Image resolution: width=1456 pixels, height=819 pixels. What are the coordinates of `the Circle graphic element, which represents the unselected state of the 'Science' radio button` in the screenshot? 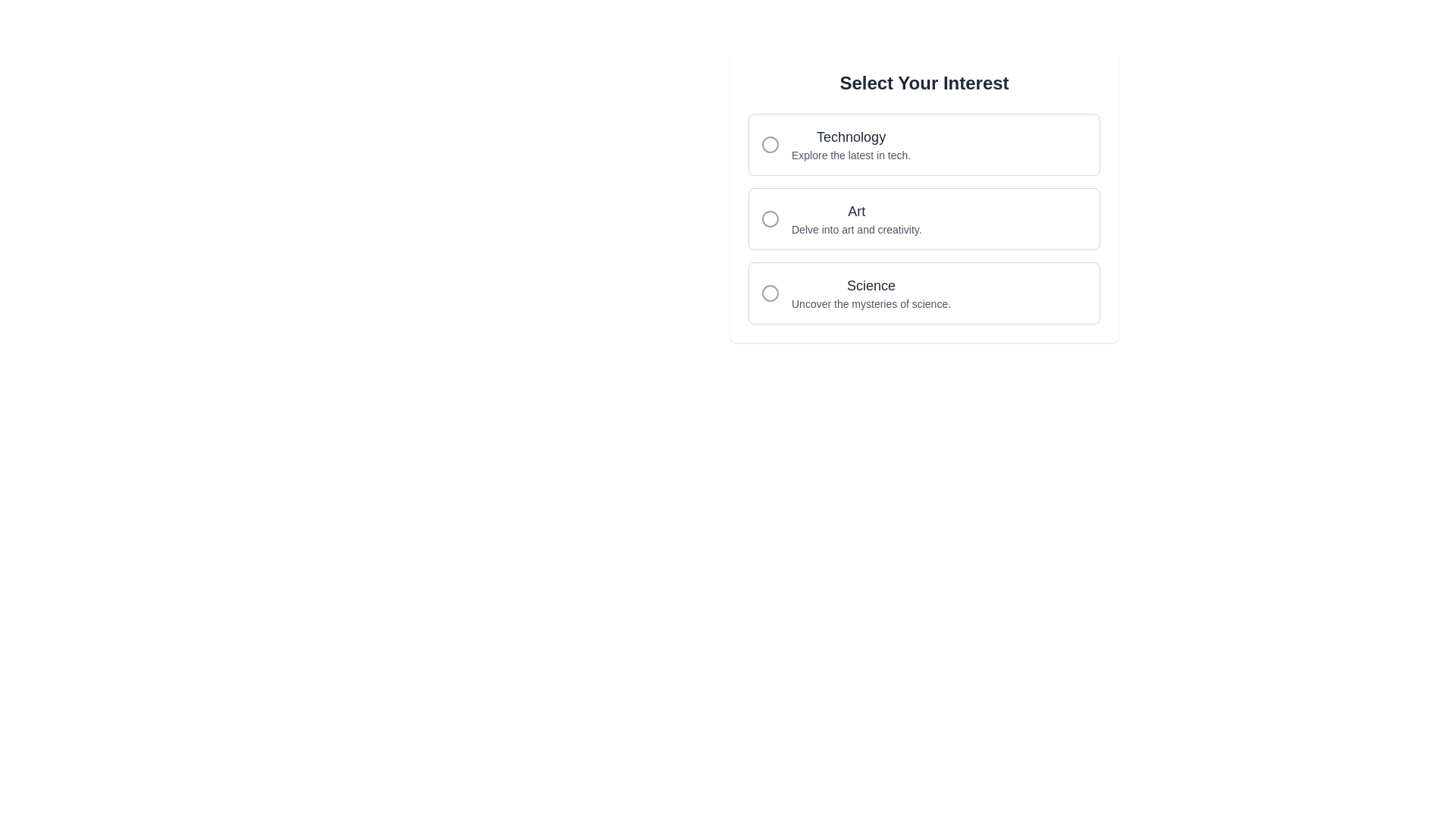 It's located at (770, 293).